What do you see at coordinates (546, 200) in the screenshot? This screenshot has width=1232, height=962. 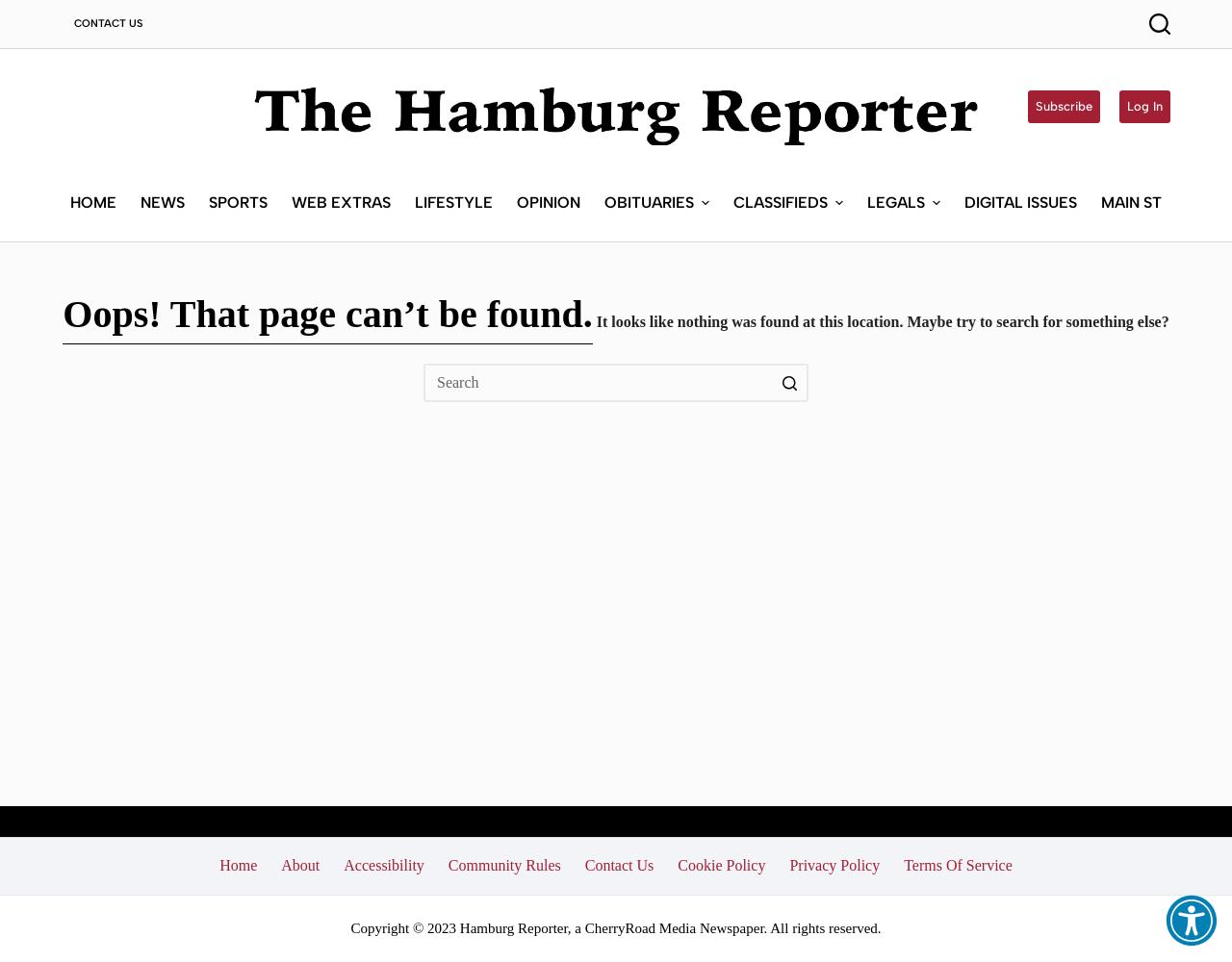 I see `'Opinion'` at bounding box center [546, 200].